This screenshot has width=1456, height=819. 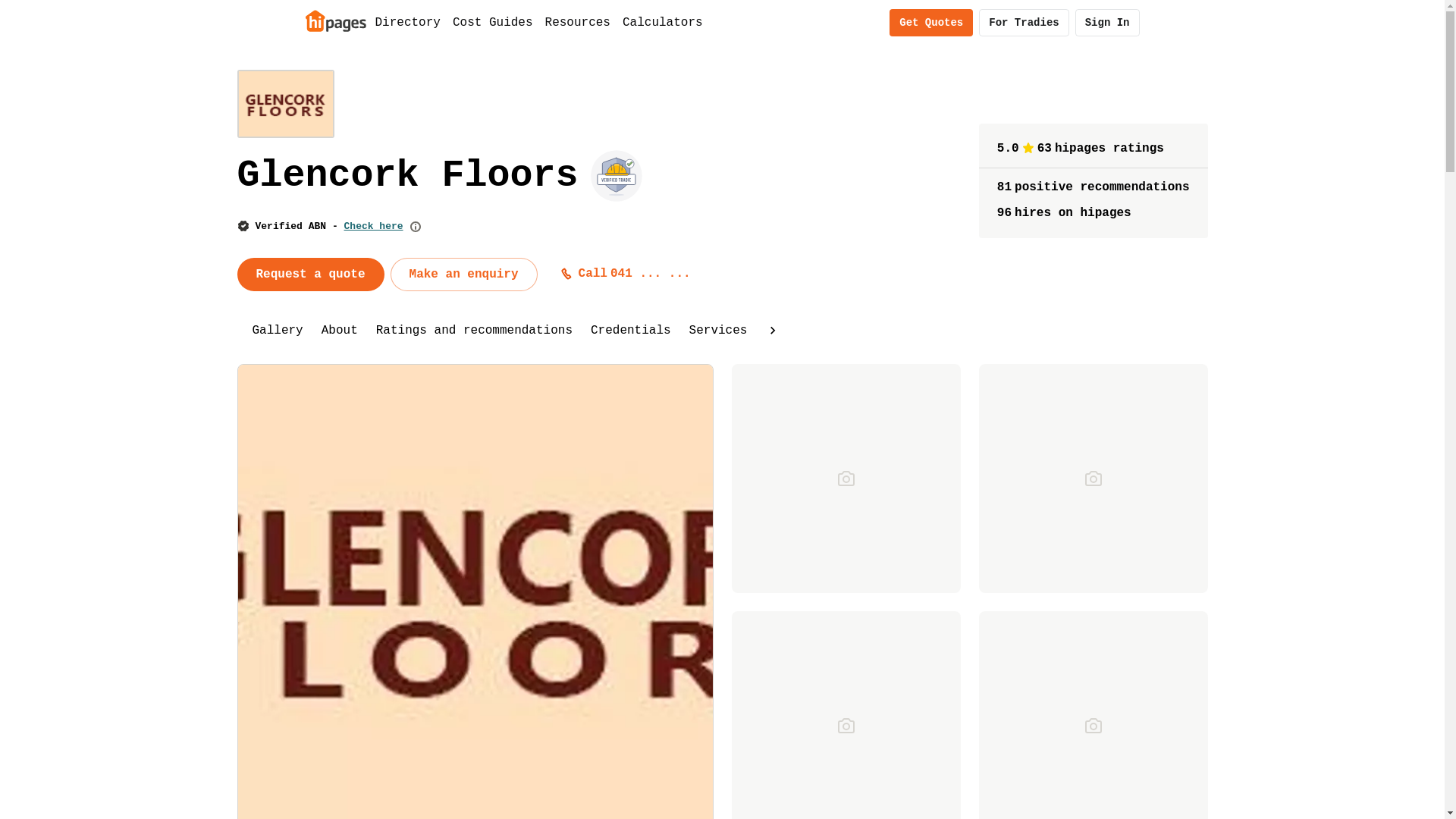 What do you see at coordinates (463, 275) in the screenshot?
I see `'Make an enquiry'` at bounding box center [463, 275].